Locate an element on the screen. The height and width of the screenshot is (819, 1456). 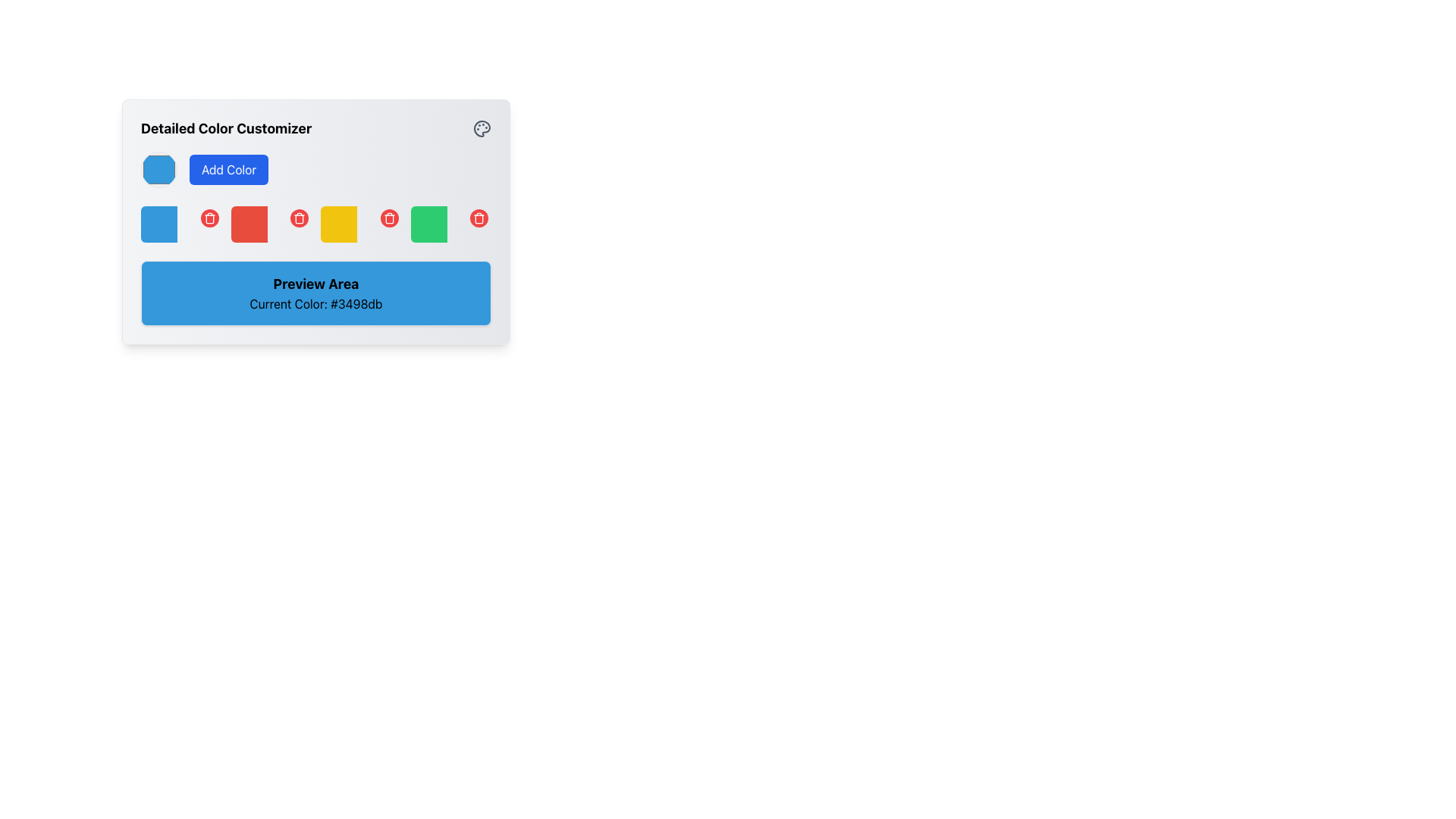
the red color block element, which is a rectangular element with rounded corners located in the second column of a grid row below the 'Detailed Color Customizer' section is located at coordinates (271, 224).